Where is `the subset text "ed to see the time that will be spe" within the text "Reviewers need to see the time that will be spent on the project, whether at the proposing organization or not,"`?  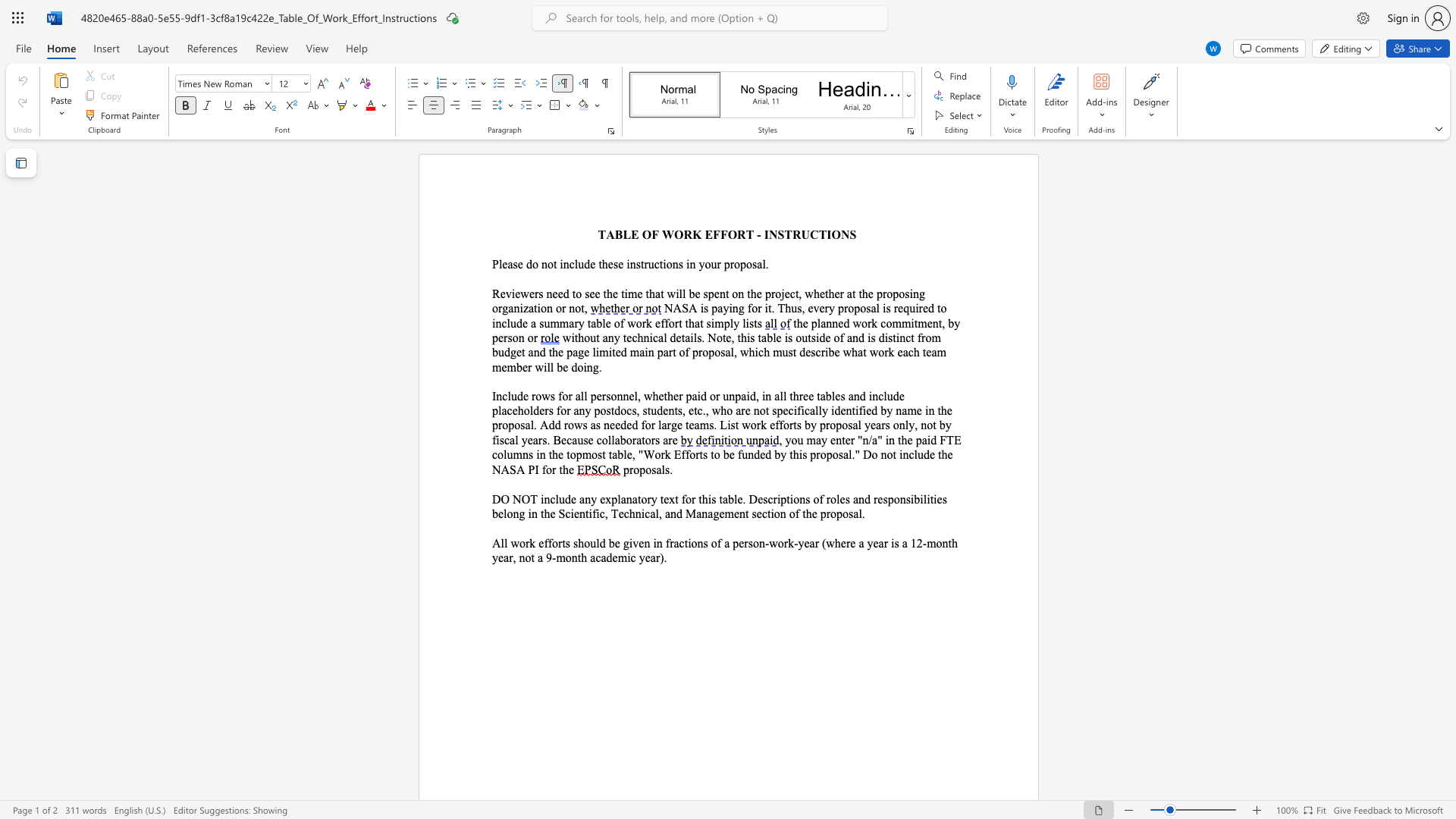 the subset text "ed to see the time that will be spe" within the text "Reviewers need to see the time that will be spent on the project, whether at the proposing organization or not," is located at coordinates (557, 293).